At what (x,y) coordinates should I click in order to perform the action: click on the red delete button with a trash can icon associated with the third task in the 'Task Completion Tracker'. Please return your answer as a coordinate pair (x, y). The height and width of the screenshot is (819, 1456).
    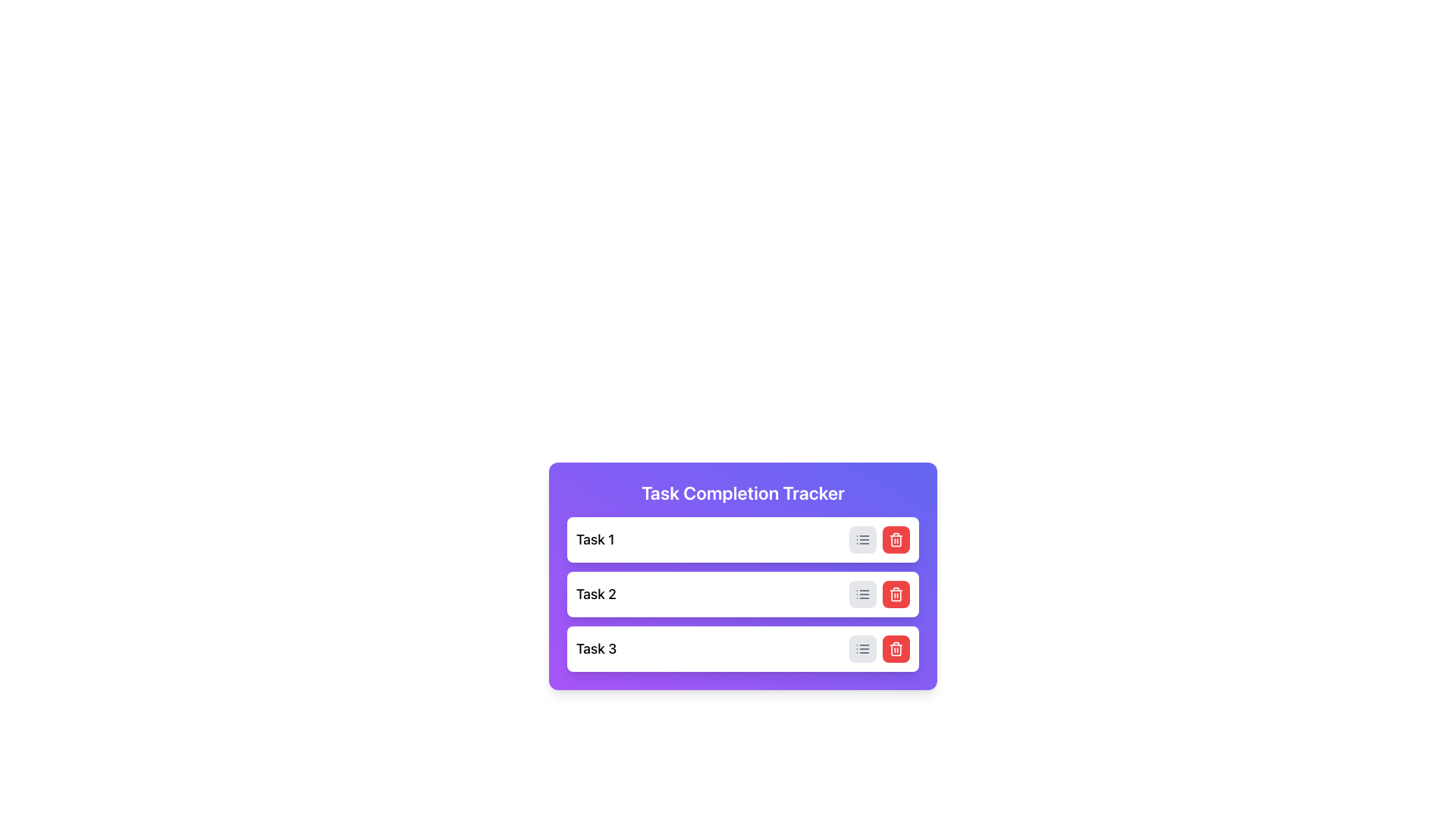
    Looking at the image, I should click on (896, 648).